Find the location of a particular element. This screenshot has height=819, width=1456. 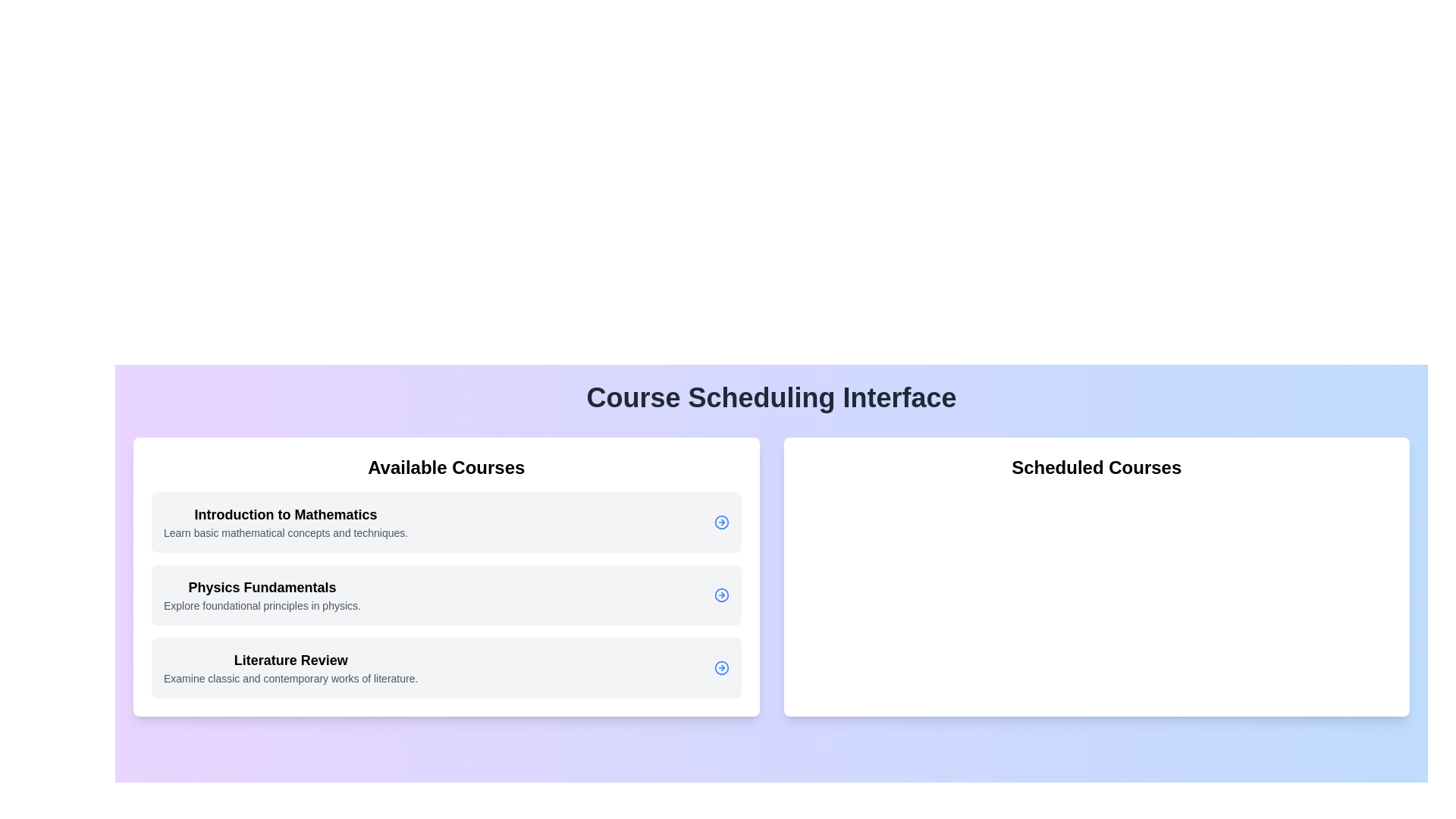

the Text block element displaying the title 'Introduction to Mathematics' and the subtitle 'Learn basic mathematical concepts and techniques.' is located at coordinates (286, 522).